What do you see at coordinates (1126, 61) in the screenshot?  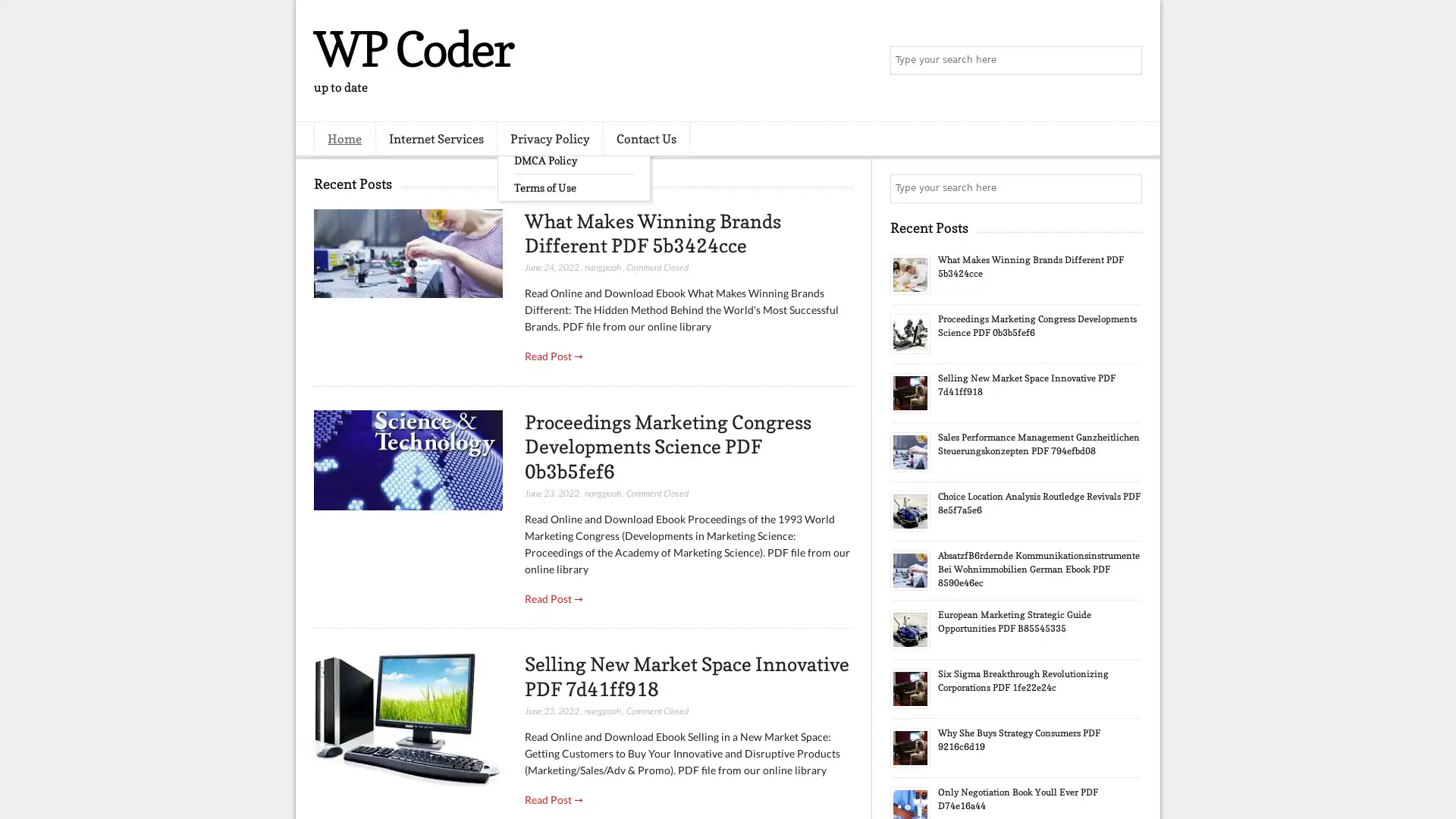 I see `Search` at bounding box center [1126, 61].